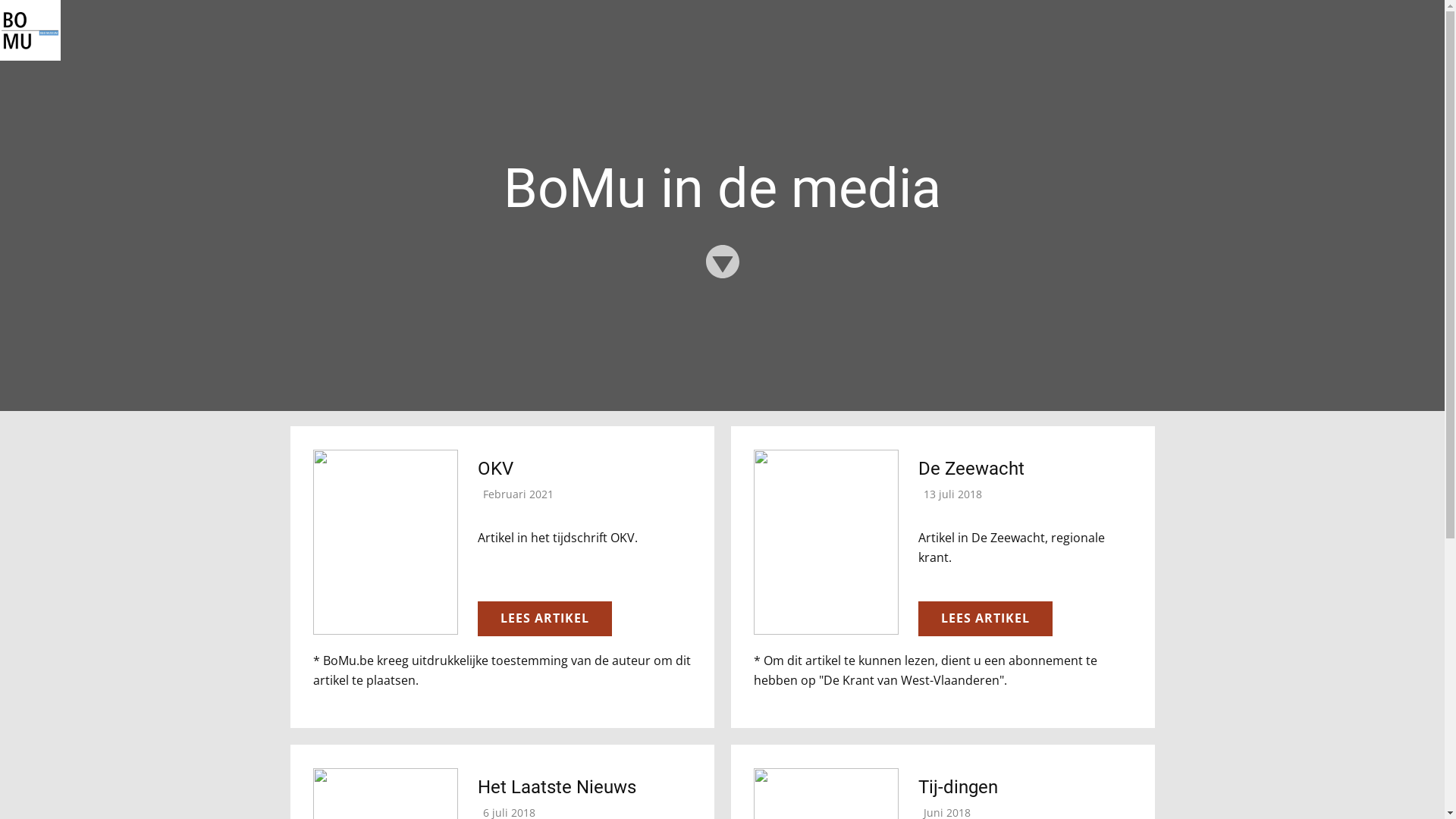 The image size is (1456, 819). I want to click on 'LEES ARTIKEL', so click(544, 619).